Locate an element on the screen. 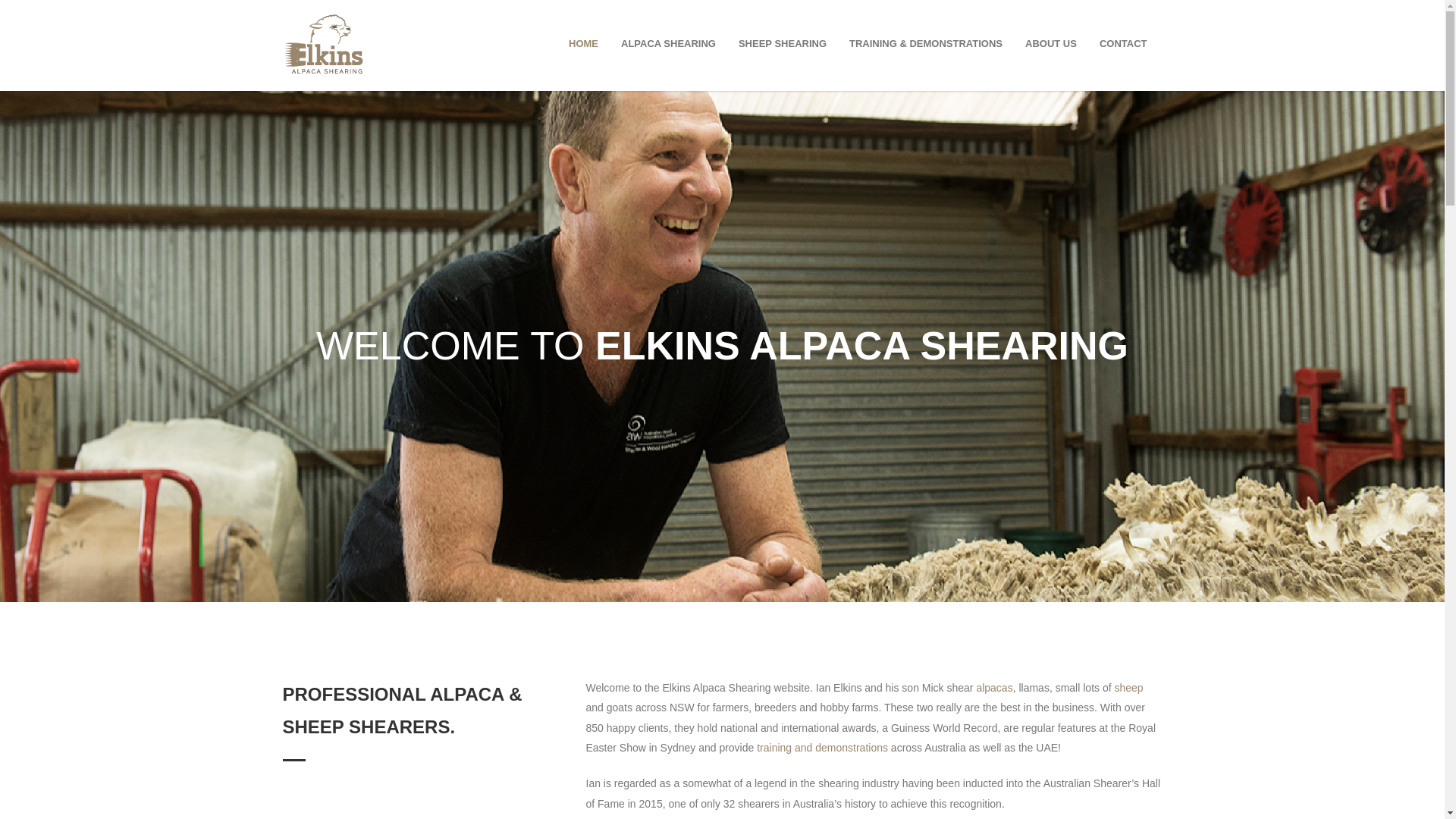 The height and width of the screenshot is (819, 1456). 'training and demonstrations' is located at coordinates (821, 747).